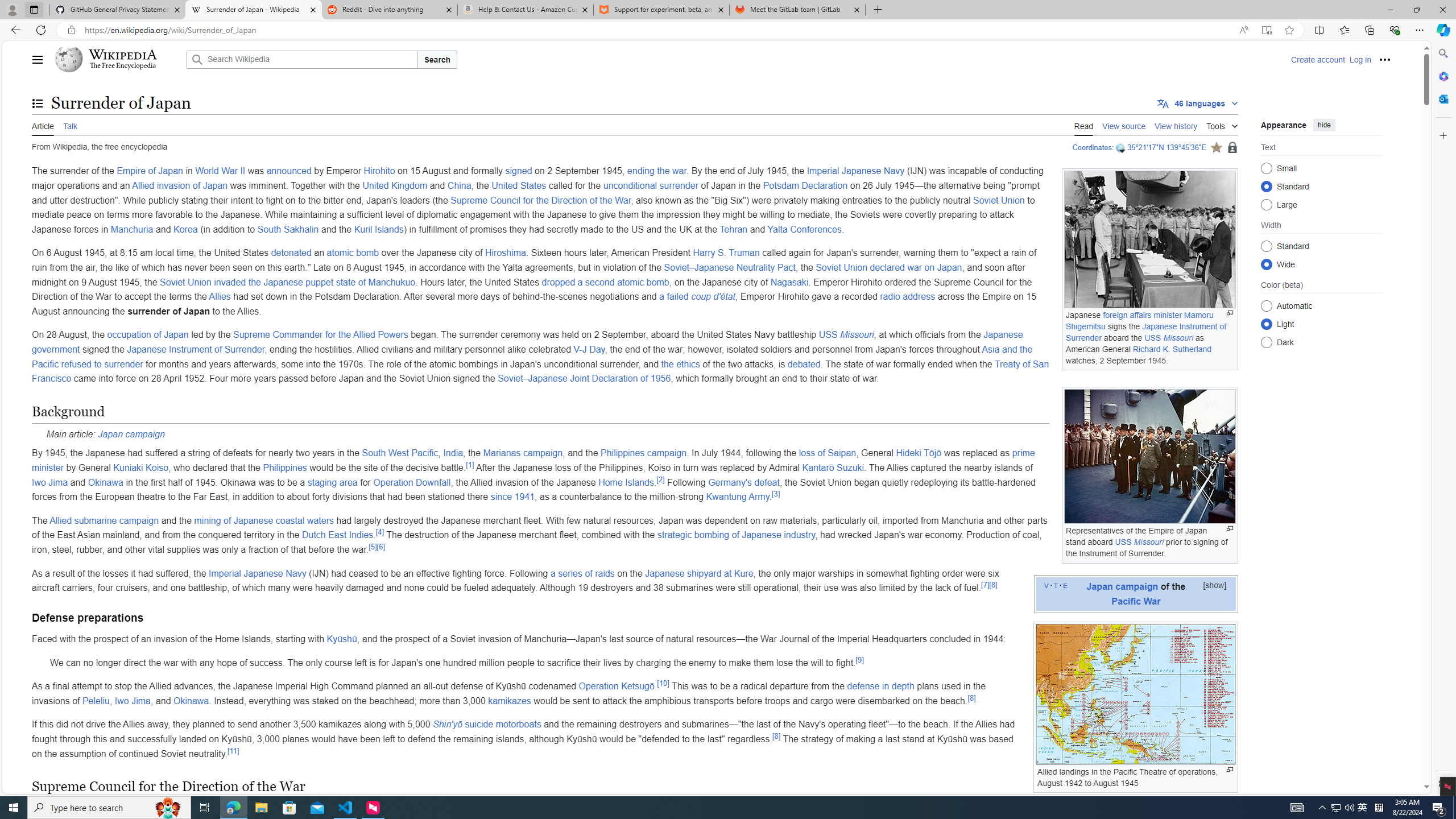  I want to click on 'prime minister', so click(533, 460).